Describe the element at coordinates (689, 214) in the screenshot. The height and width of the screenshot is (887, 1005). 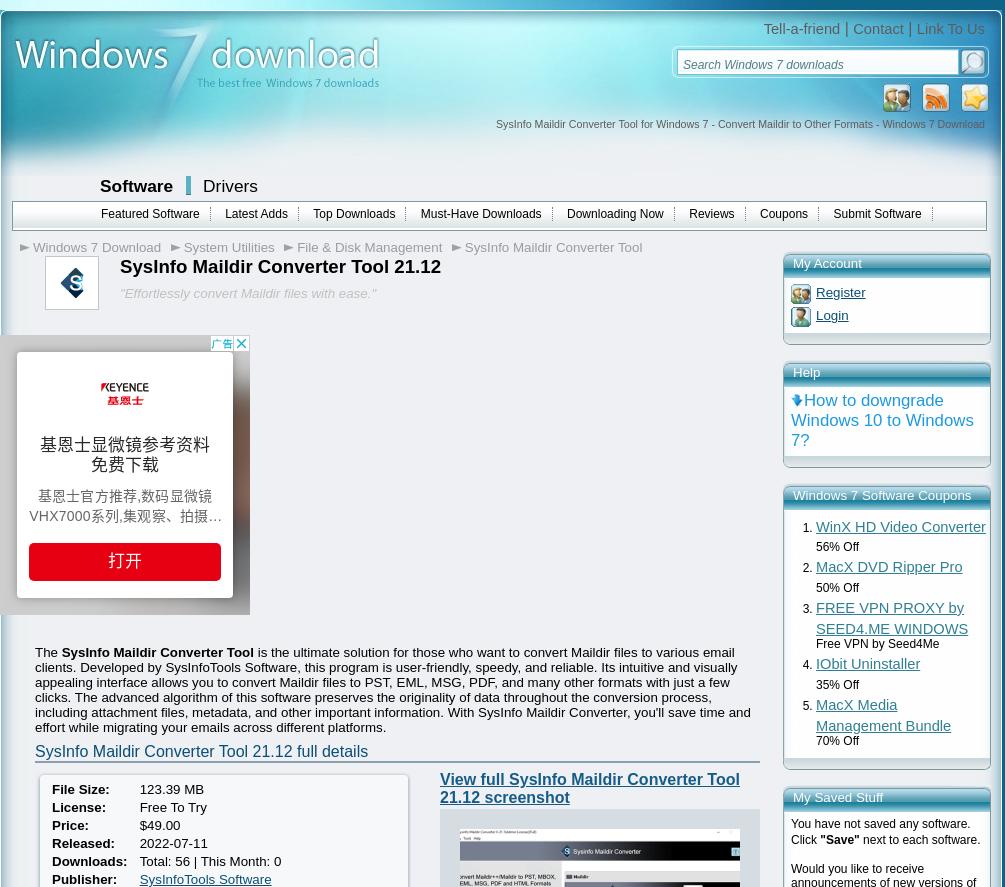
I see `'Reviews'` at that location.